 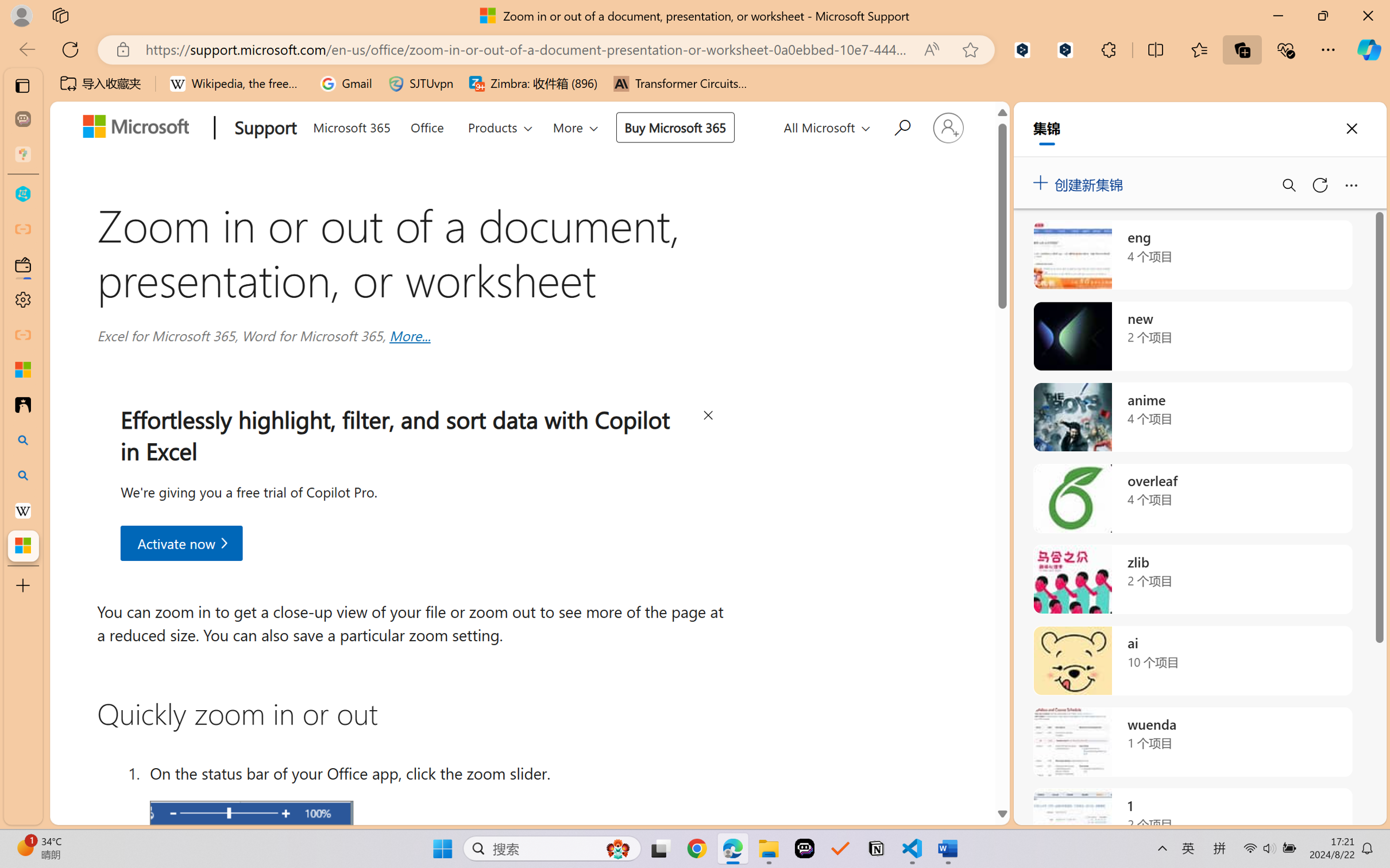 What do you see at coordinates (947, 127) in the screenshot?
I see `'Sign in to your account'` at bounding box center [947, 127].